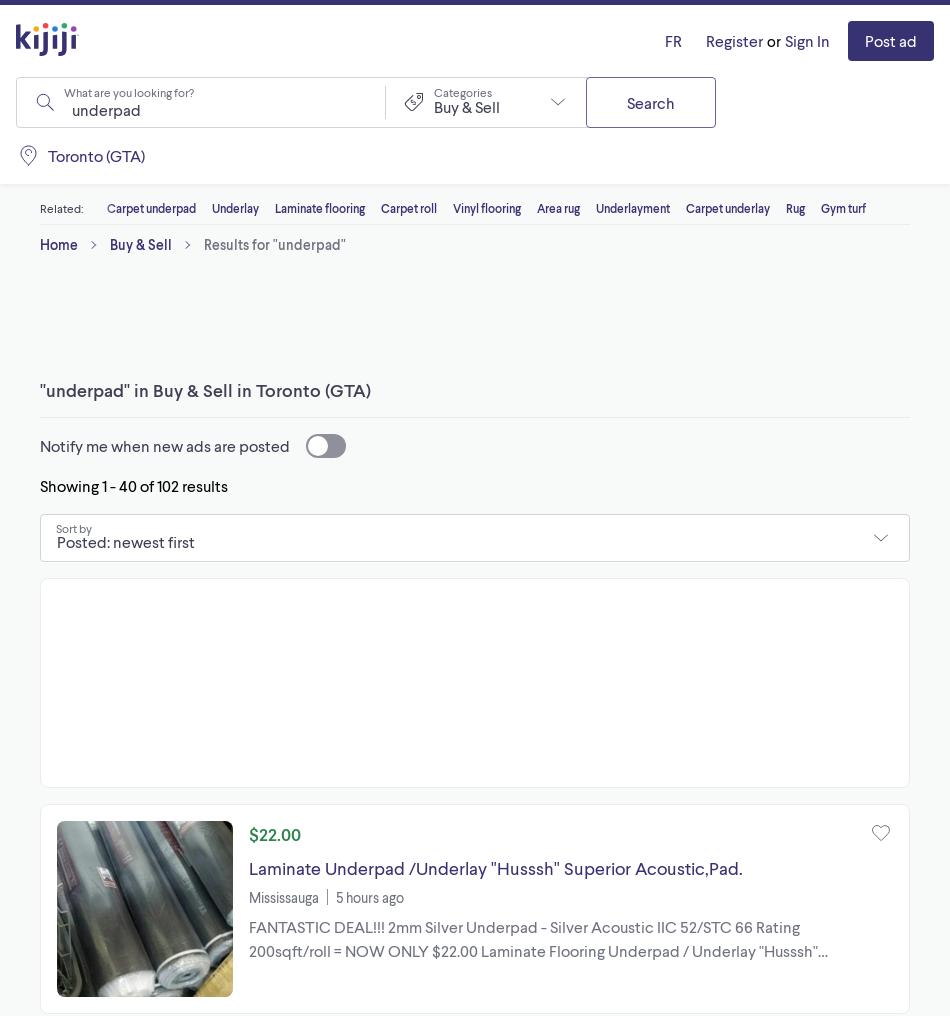  What do you see at coordinates (203, 244) in the screenshot?
I see `'Results for "underpad"'` at bounding box center [203, 244].